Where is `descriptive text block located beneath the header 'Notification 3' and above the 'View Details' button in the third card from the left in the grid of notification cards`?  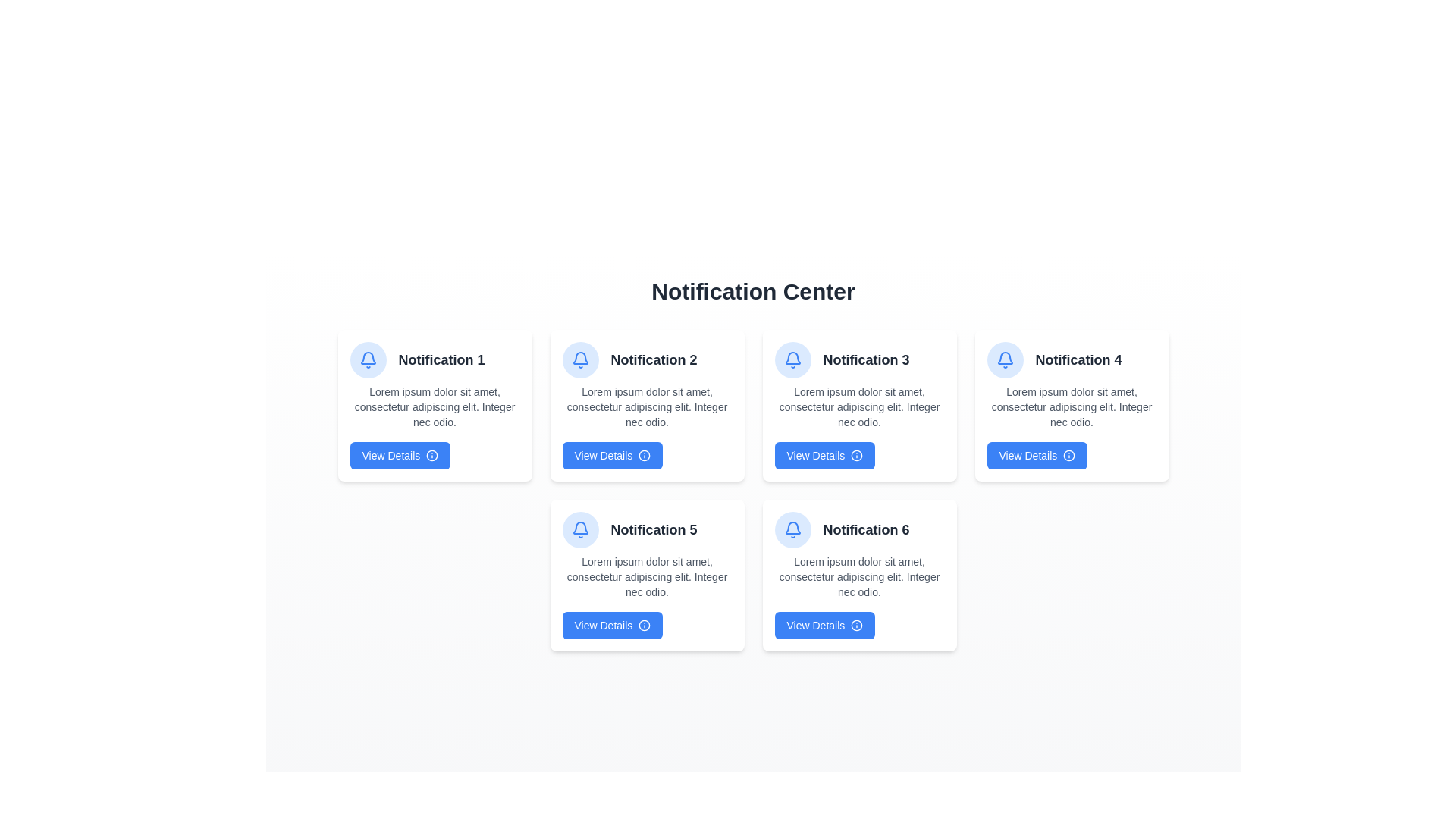
descriptive text block located beneath the header 'Notification 3' and above the 'View Details' button in the third card from the left in the grid of notification cards is located at coordinates (859, 406).